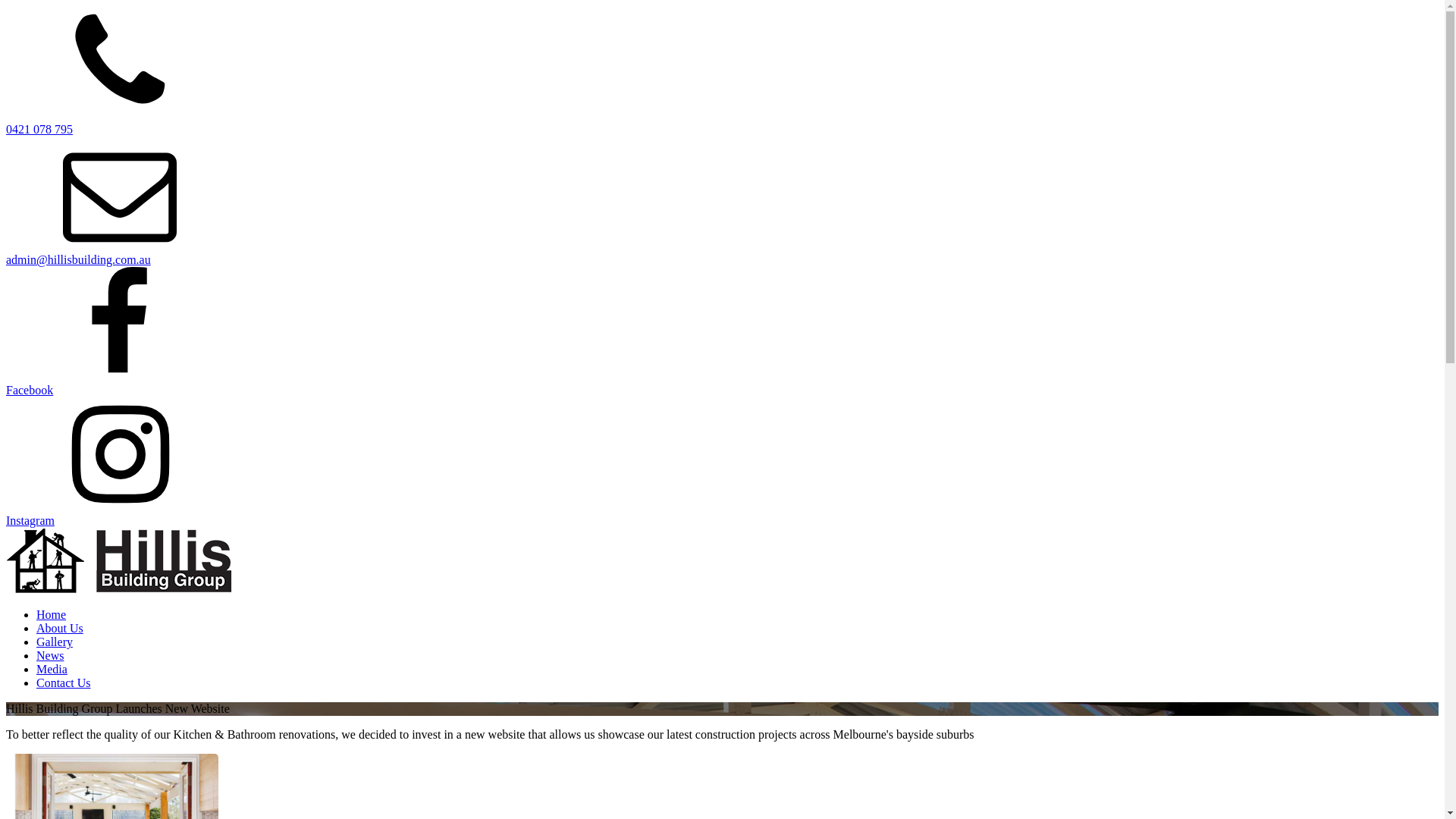 Image resolution: width=1456 pixels, height=819 pixels. I want to click on 'Contact Us', so click(36, 682).